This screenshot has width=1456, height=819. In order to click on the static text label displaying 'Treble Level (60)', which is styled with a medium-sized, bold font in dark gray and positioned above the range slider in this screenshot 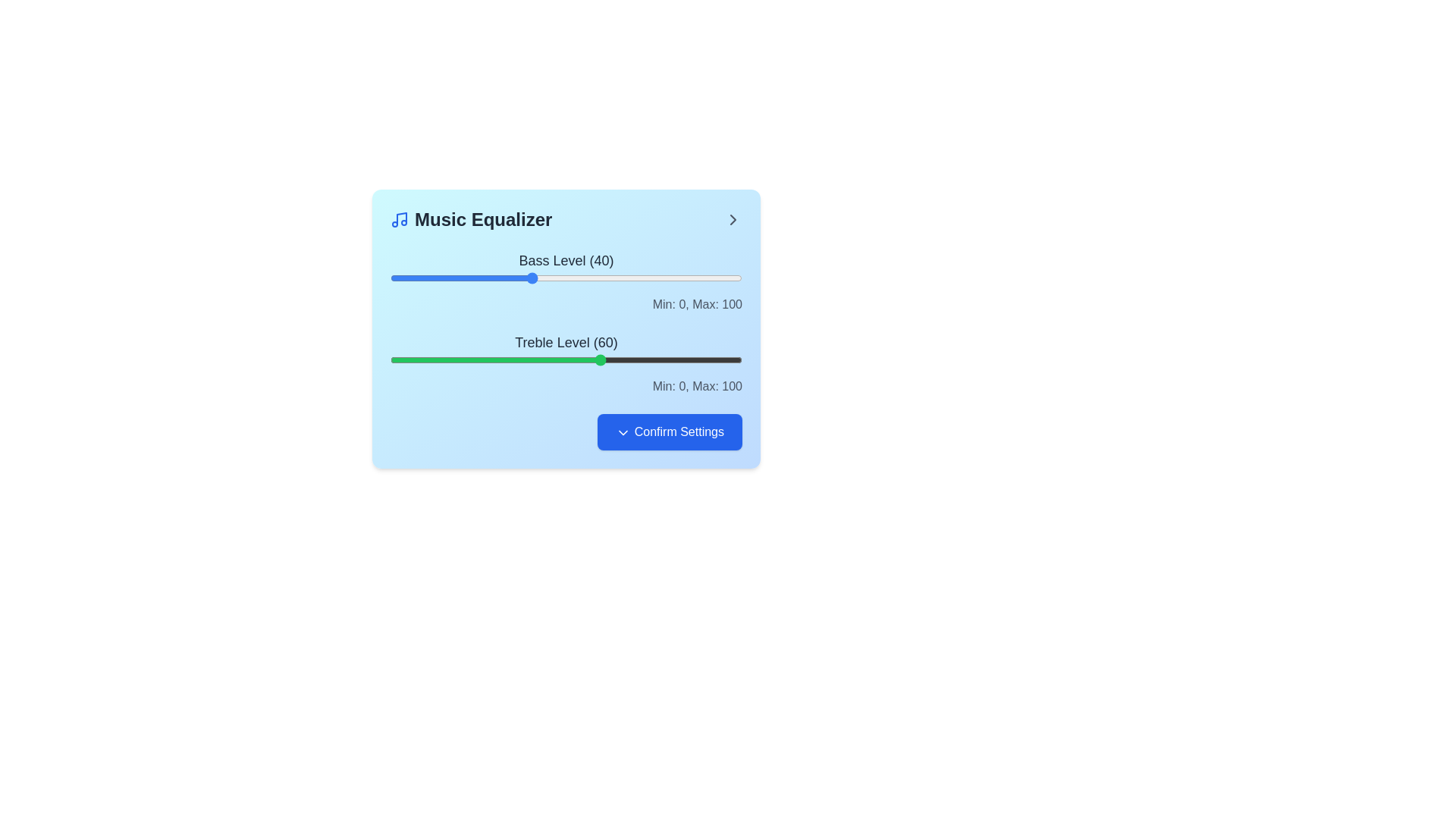, I will do `click(566, 342)`.